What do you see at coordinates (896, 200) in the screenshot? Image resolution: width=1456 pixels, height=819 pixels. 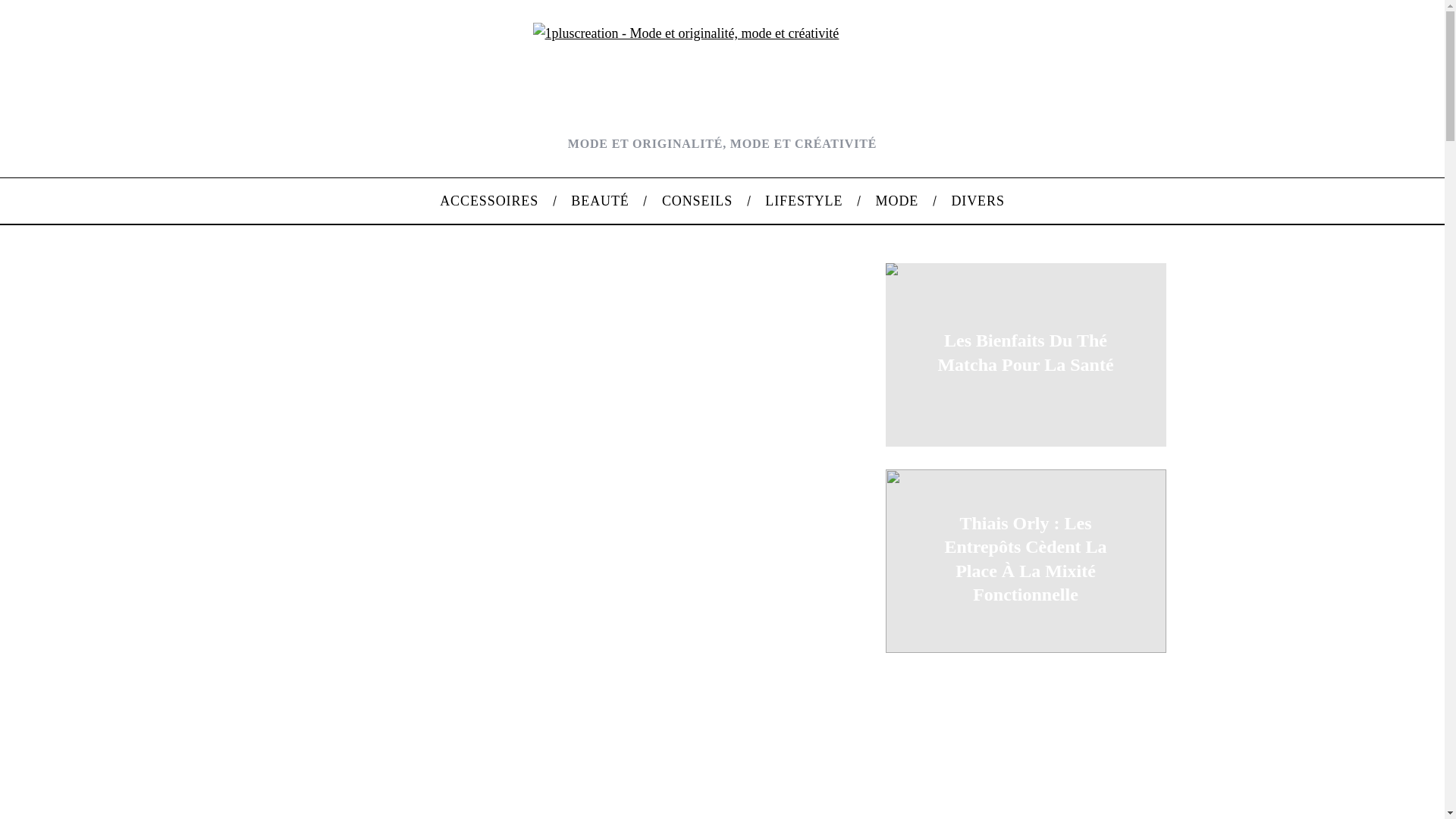 I see `'MODE'` at bounding box center [896, 200].